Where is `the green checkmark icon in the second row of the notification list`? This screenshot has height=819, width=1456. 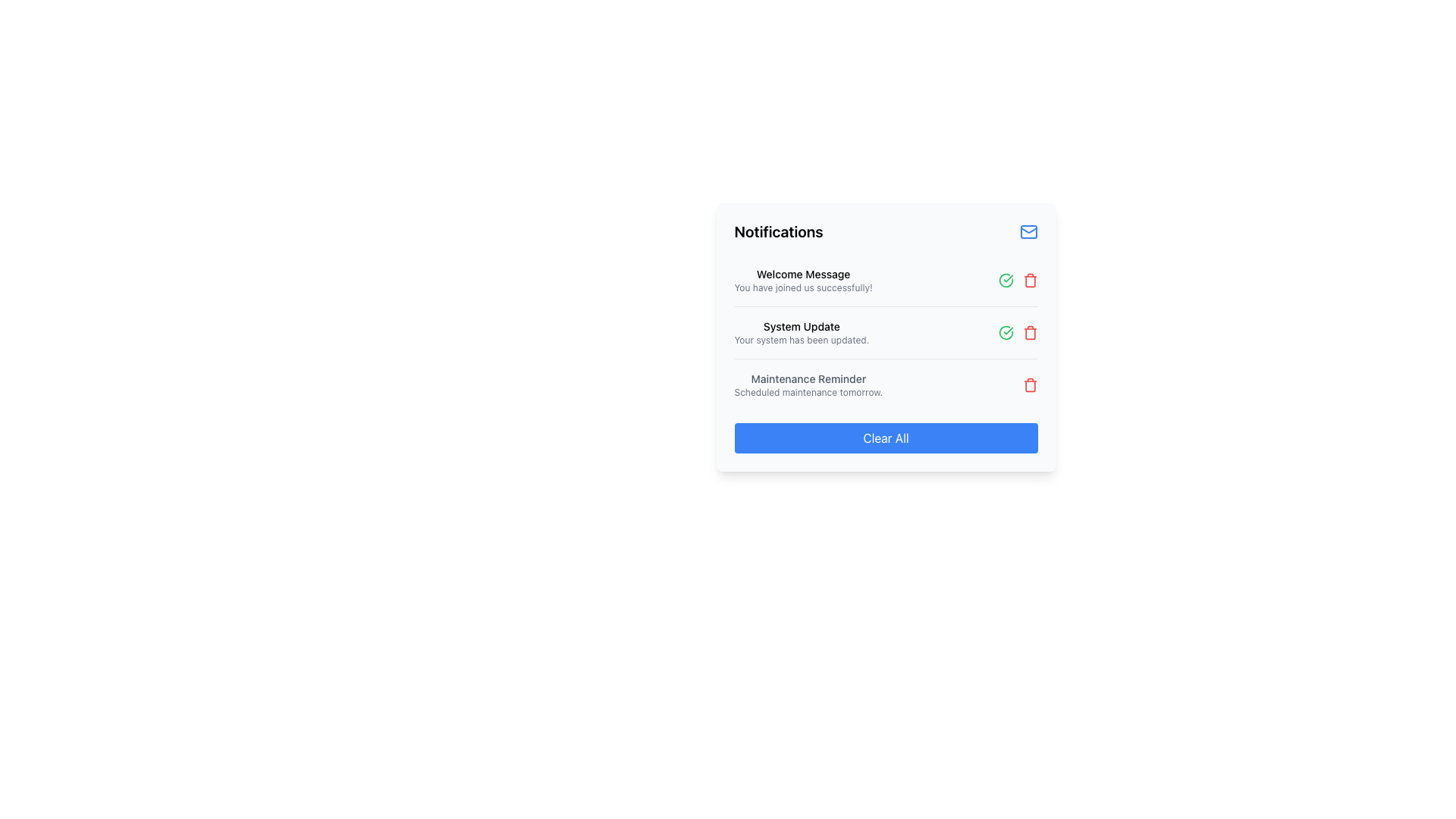
the green checkmark icon in the second row of the notification list is located at coordinates (1006, 281).